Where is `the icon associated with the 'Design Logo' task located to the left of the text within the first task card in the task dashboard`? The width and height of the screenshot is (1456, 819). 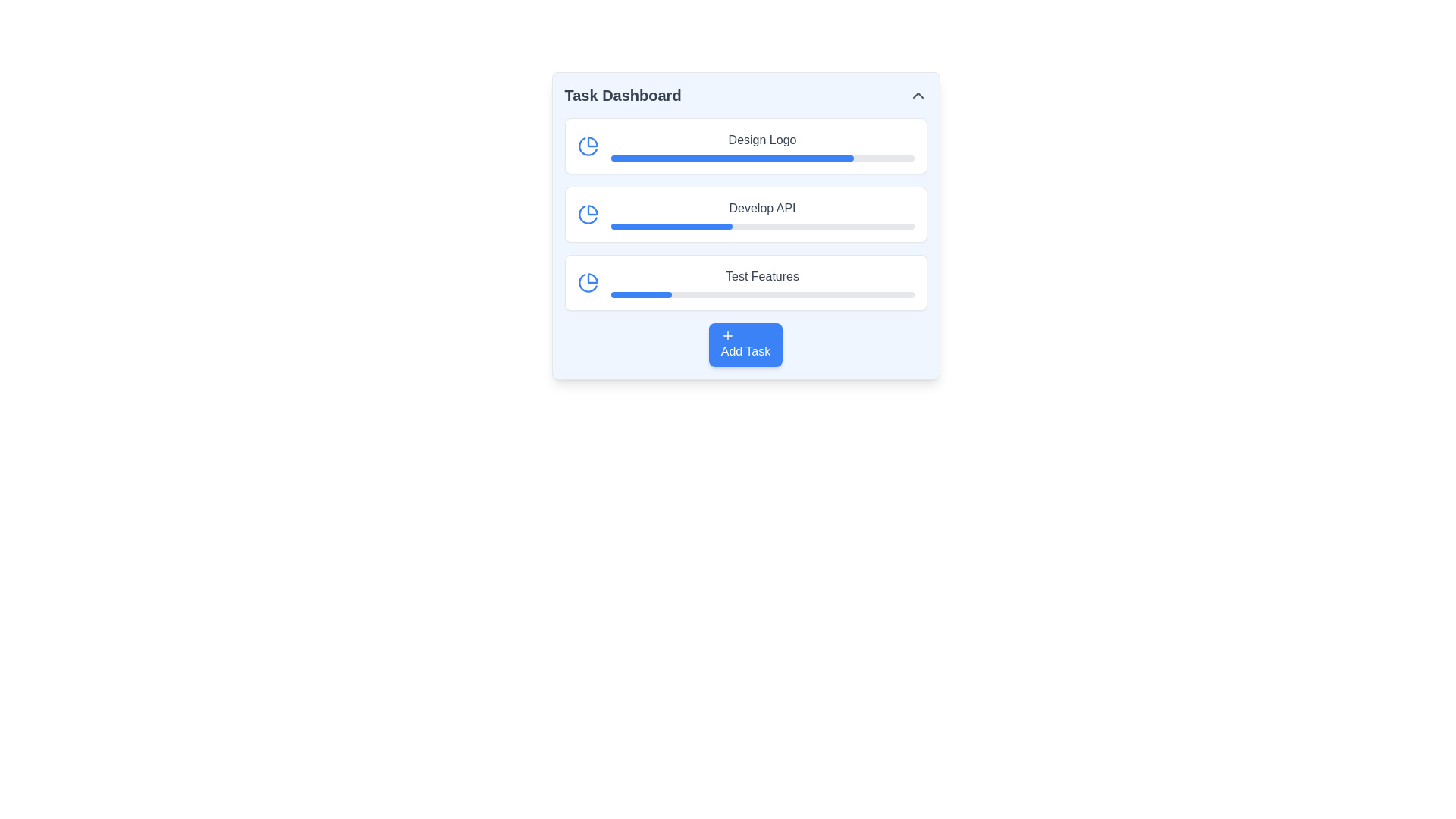 the icon associated with the 'Design Logo' task located to the left of the text within the first task card in the task dashboard is located at coordinates (587, 146).